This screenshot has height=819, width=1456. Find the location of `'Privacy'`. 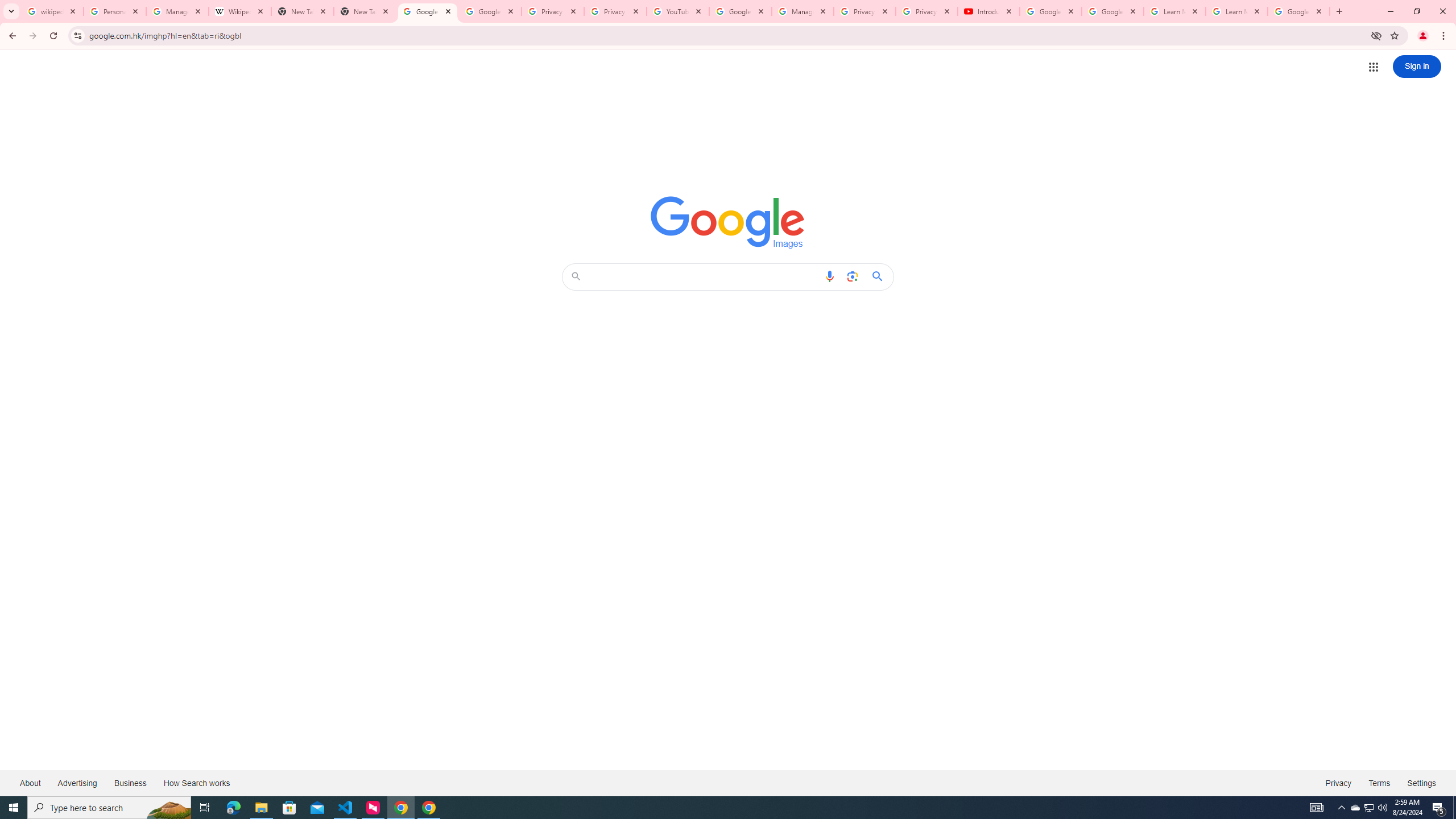

'Privacy' is located at coordinates (1338, 782).